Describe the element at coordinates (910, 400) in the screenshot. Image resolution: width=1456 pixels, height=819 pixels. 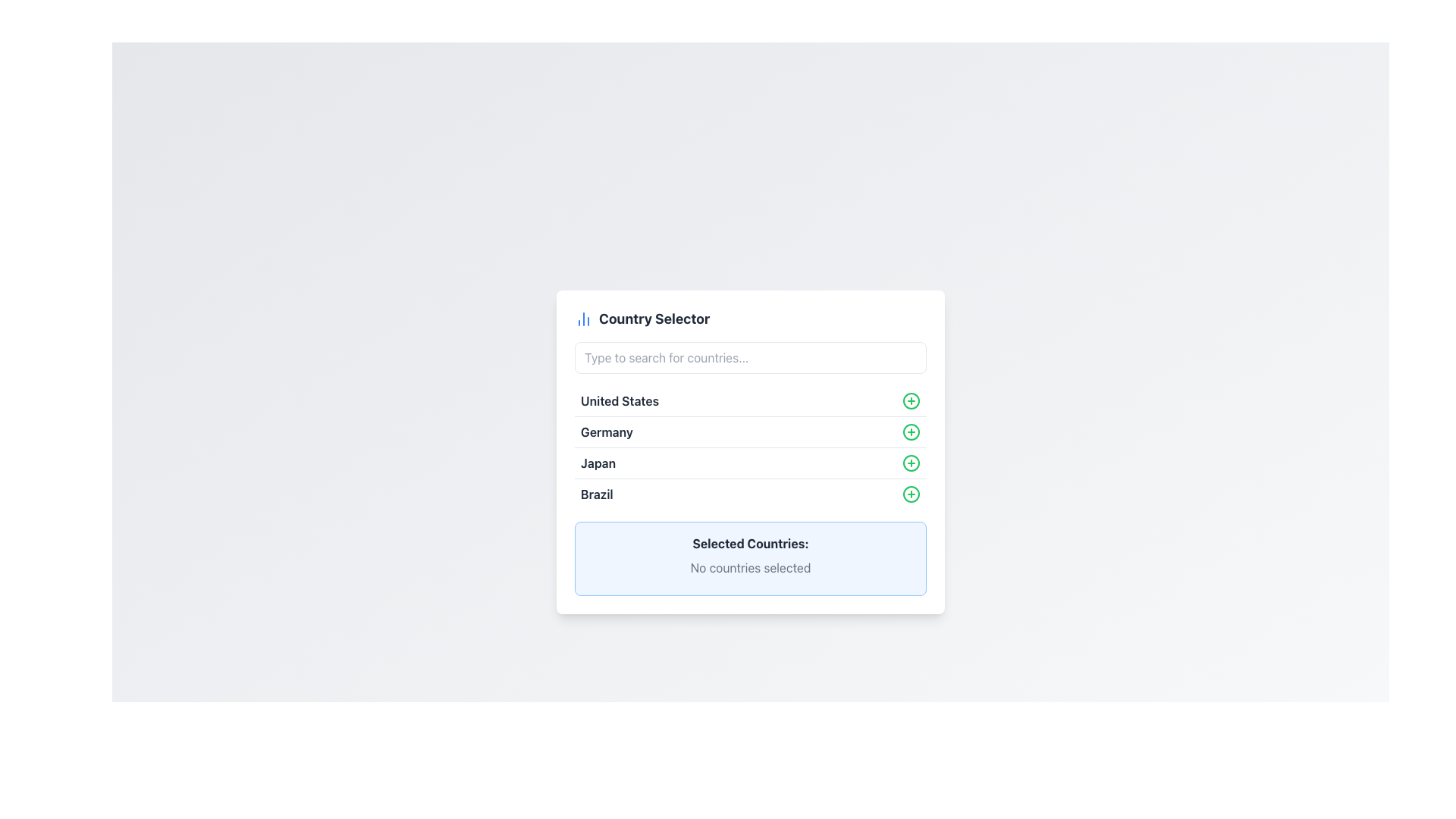
I see `the green circular '+' icon button located next to the text 'United States' in the country selection list` at that location.